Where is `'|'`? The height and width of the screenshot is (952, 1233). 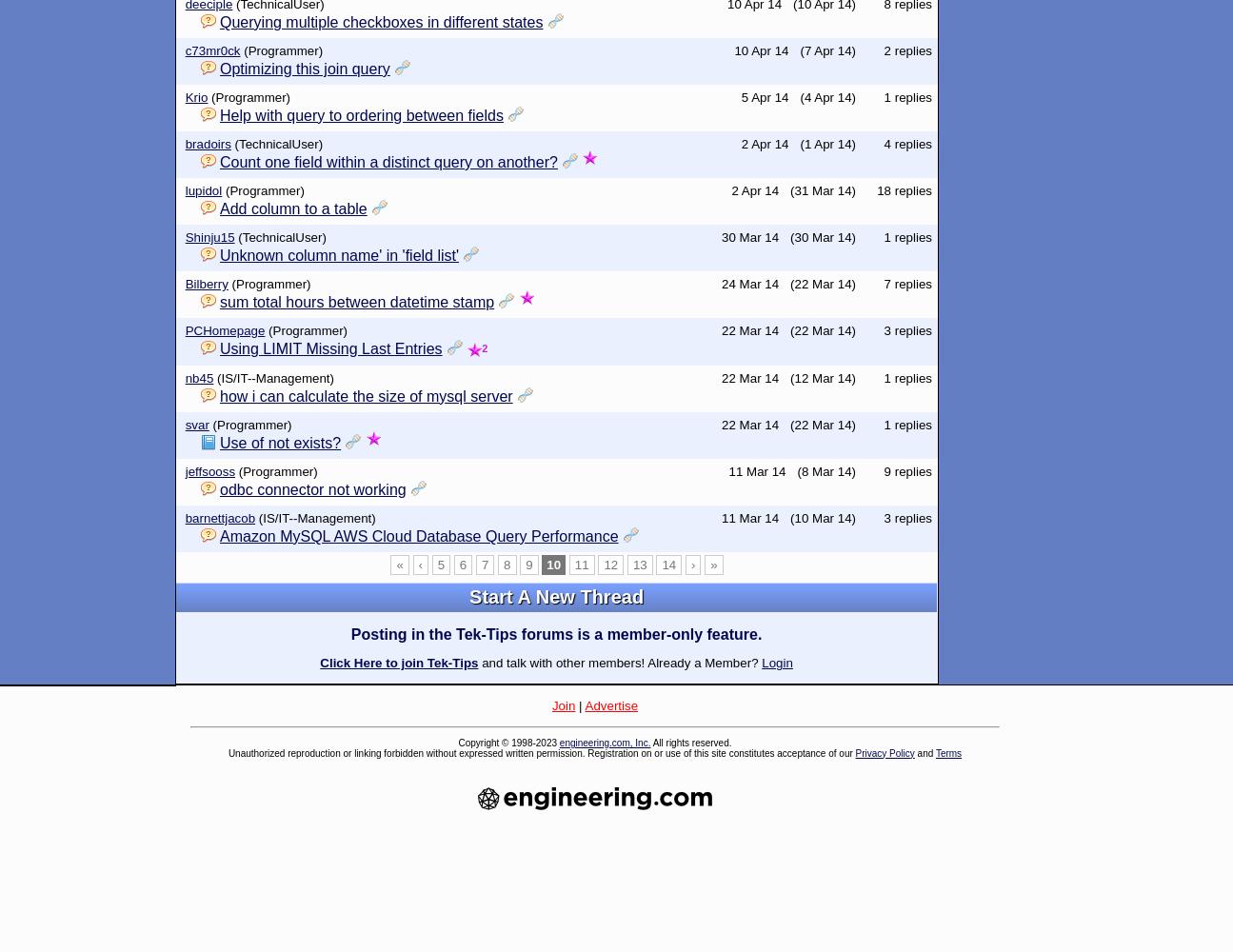 '|' is located at coordinates (578, 704).